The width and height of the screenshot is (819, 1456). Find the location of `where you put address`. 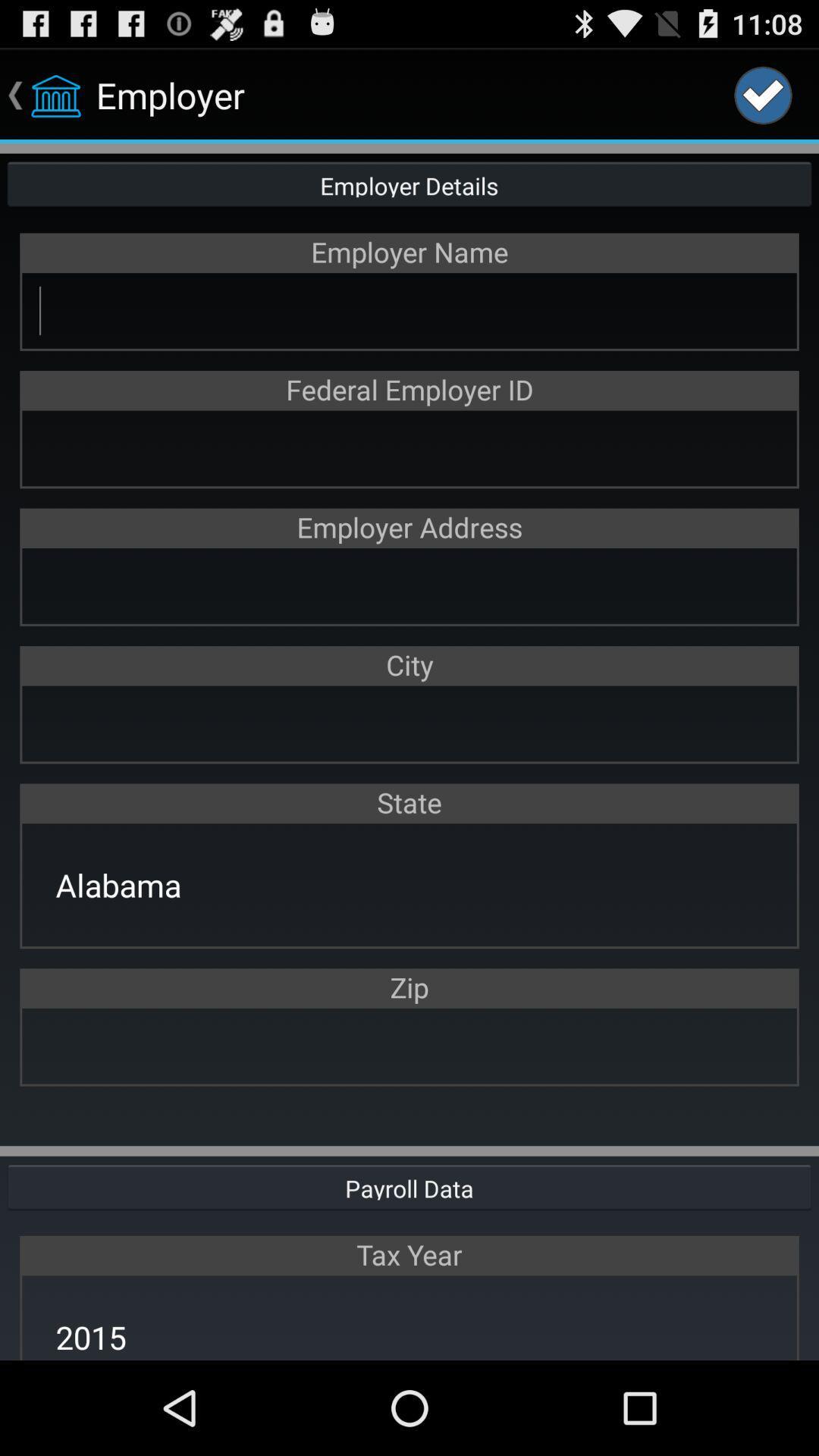

where you put address is located at coordinates (409, 585).